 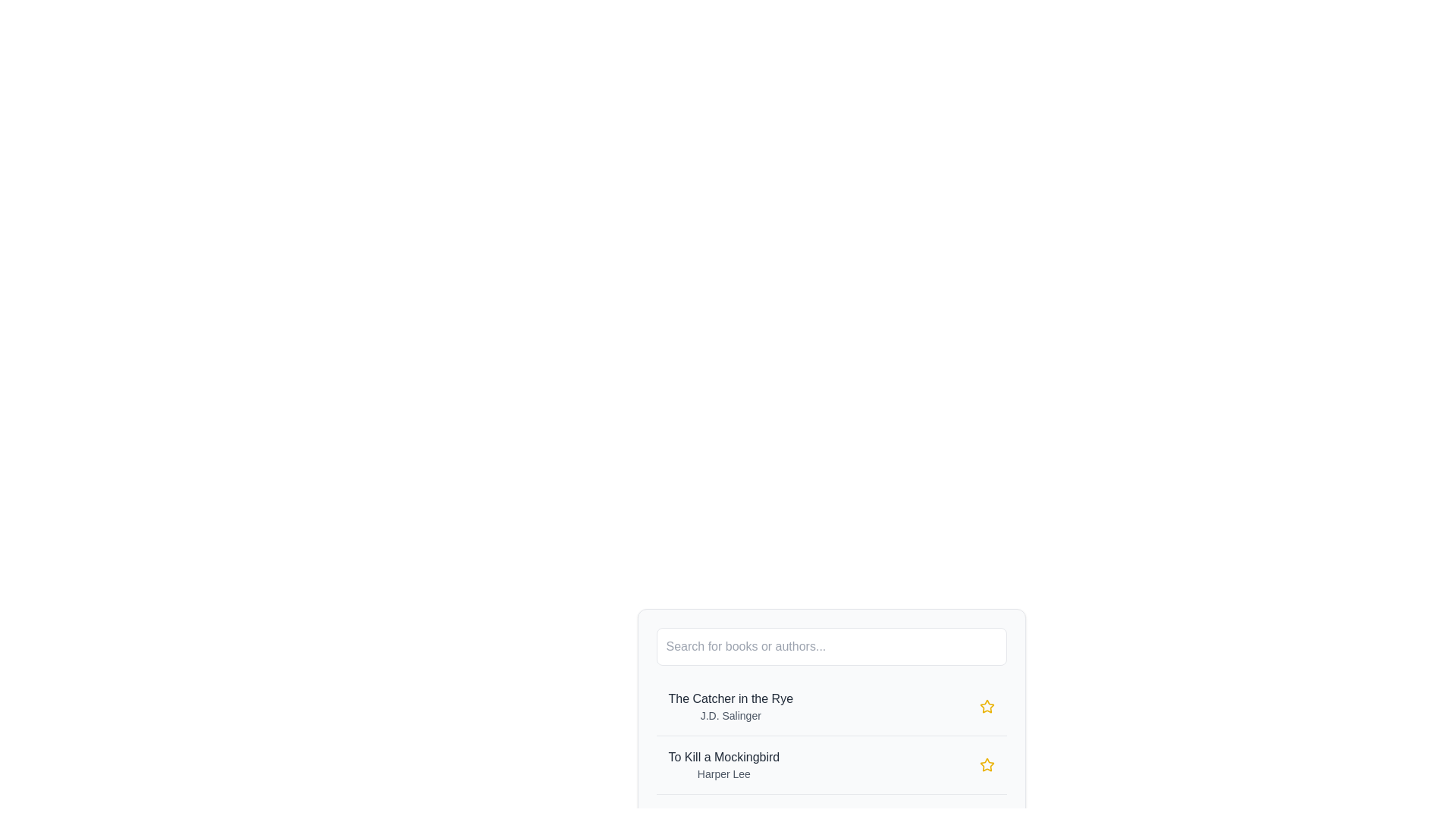 I want to click on the yellow five-pointed star icon outlined in black, located to the far right of 'The Catcher in the Rye' entry, so click(x=987, y=707).